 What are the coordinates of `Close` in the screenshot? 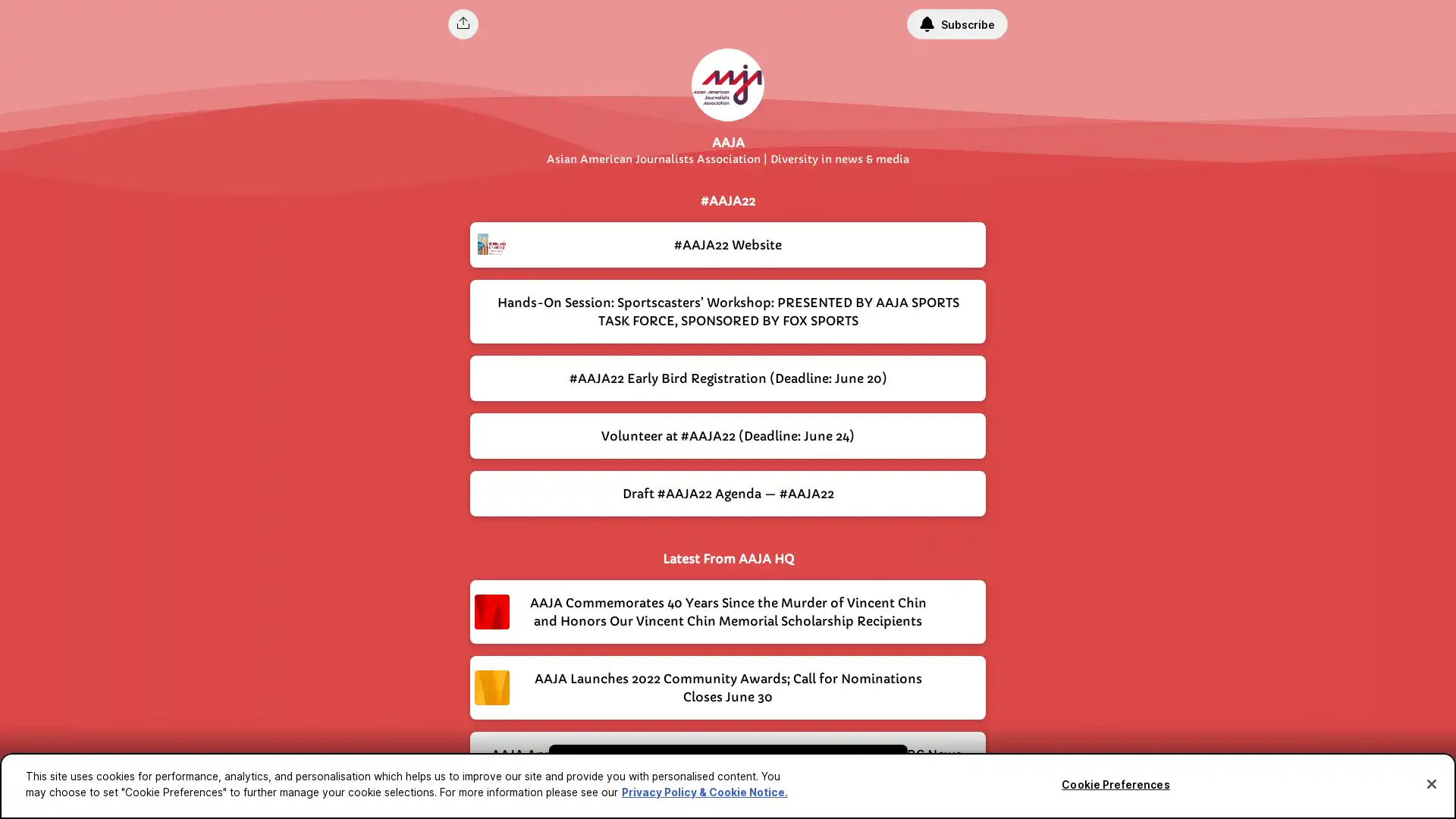 It's located at (1430, 783).